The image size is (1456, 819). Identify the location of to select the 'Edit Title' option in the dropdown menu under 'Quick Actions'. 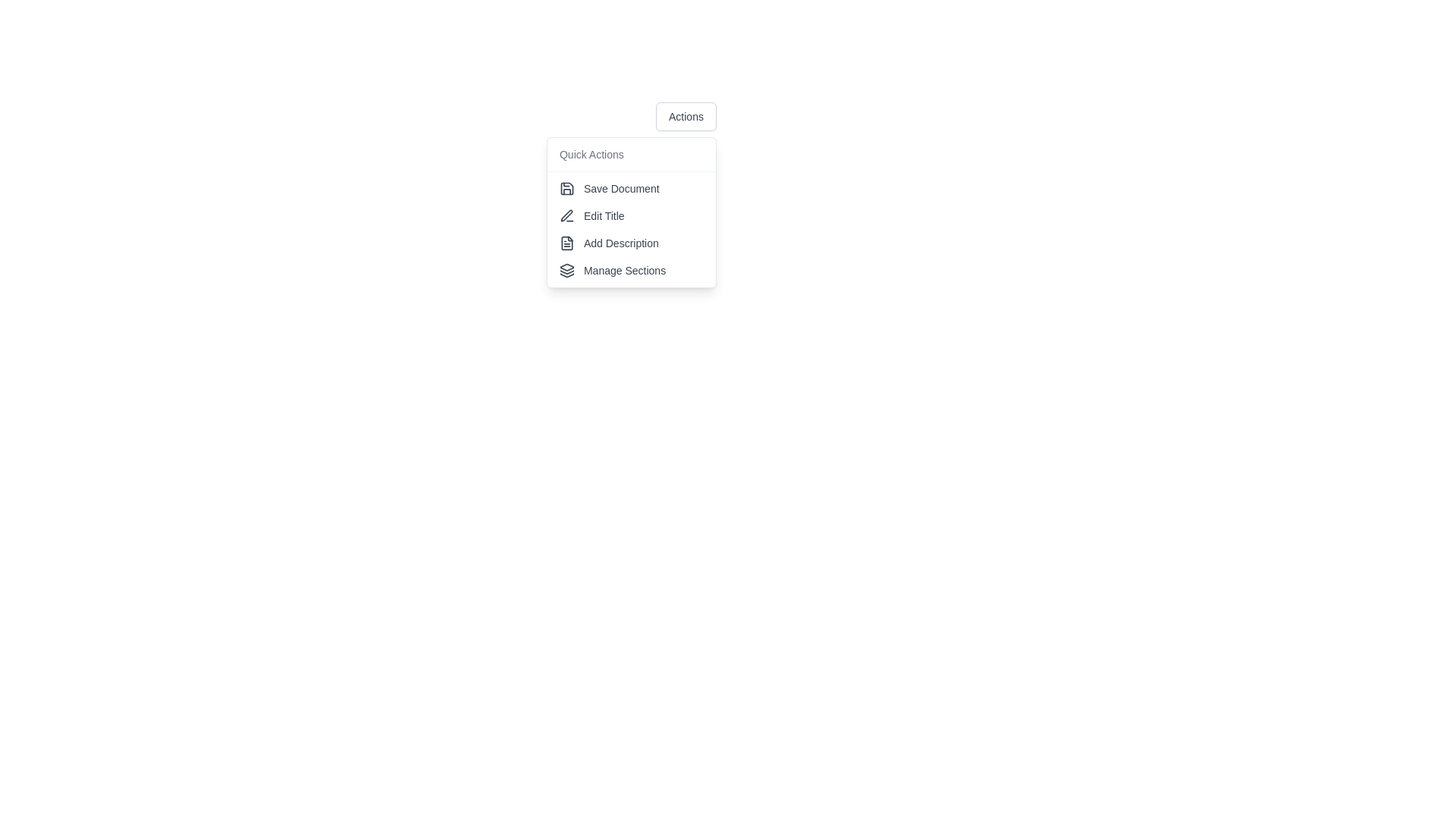
(631, 229).